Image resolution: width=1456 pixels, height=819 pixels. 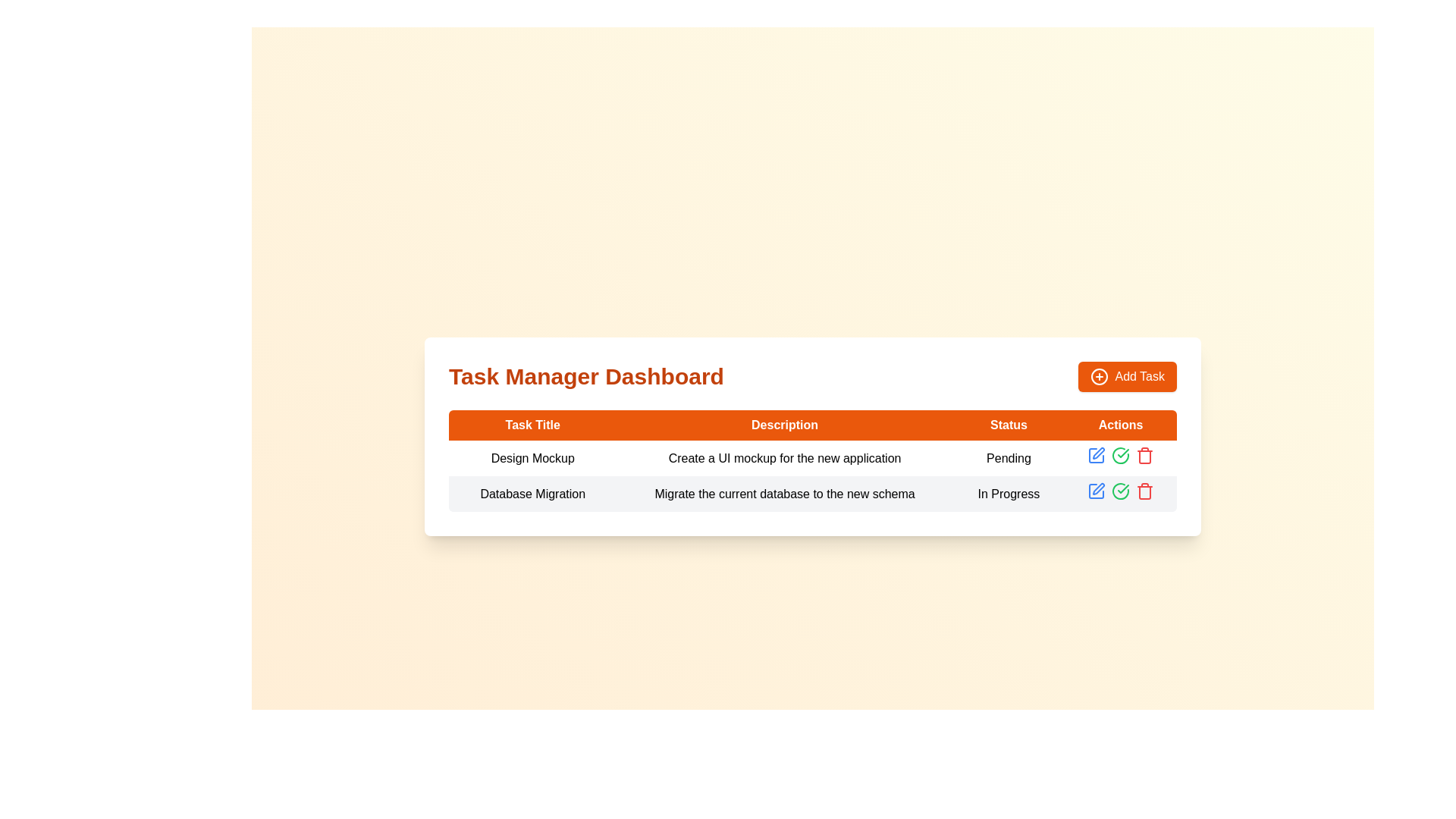 What do you see at coordinates (1145, 455) in the screenshot?
I see `the red trash can icon for the delete function located in the 'Actions' column of the 'Database Migration' task` at bounding box center [1145, 455].